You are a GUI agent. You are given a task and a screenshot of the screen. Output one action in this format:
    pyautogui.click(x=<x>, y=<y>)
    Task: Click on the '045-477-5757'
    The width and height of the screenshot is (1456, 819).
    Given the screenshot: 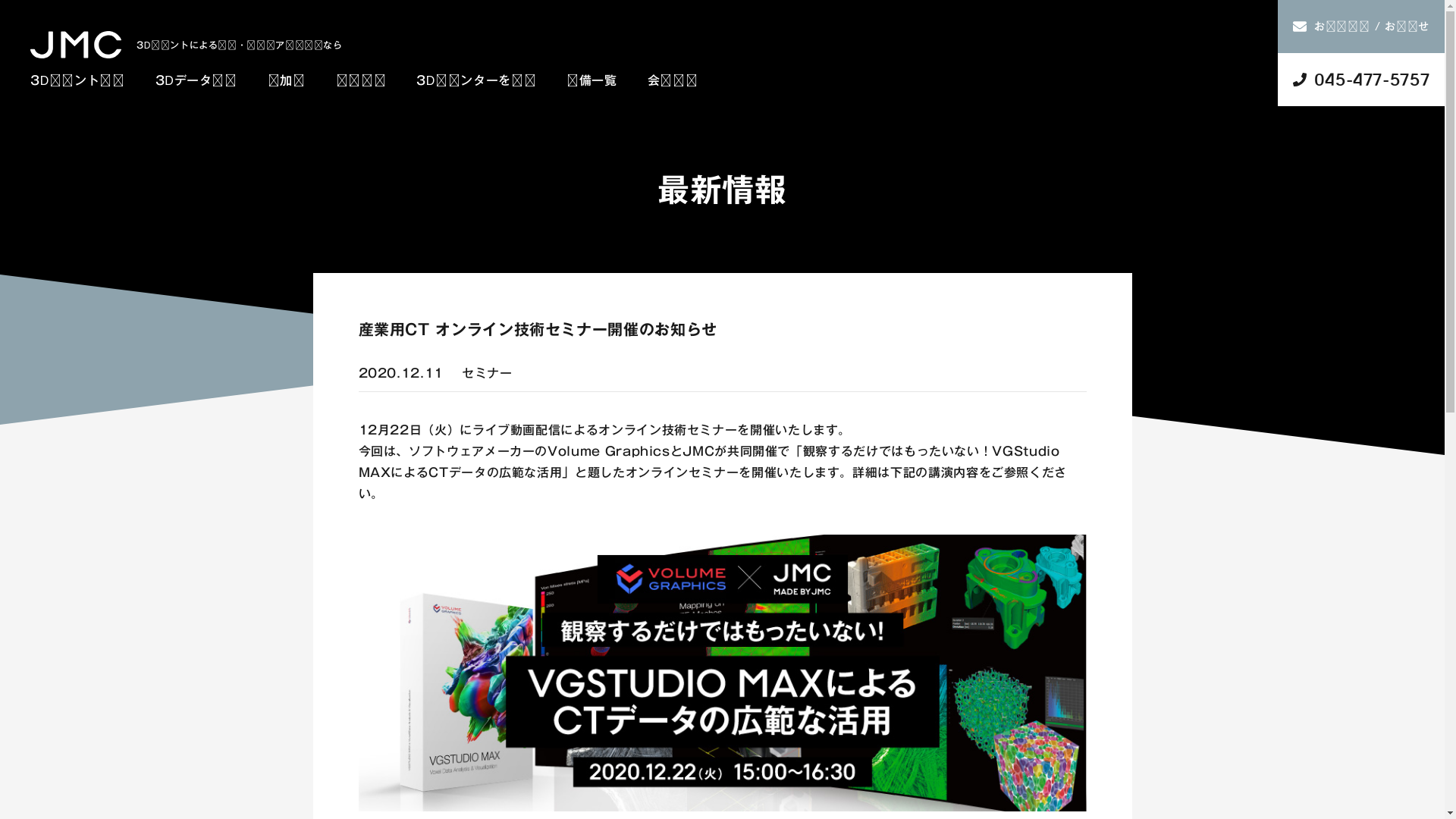 What is the action you would take?
    pyautogui.click(x=1361, y=79)
    